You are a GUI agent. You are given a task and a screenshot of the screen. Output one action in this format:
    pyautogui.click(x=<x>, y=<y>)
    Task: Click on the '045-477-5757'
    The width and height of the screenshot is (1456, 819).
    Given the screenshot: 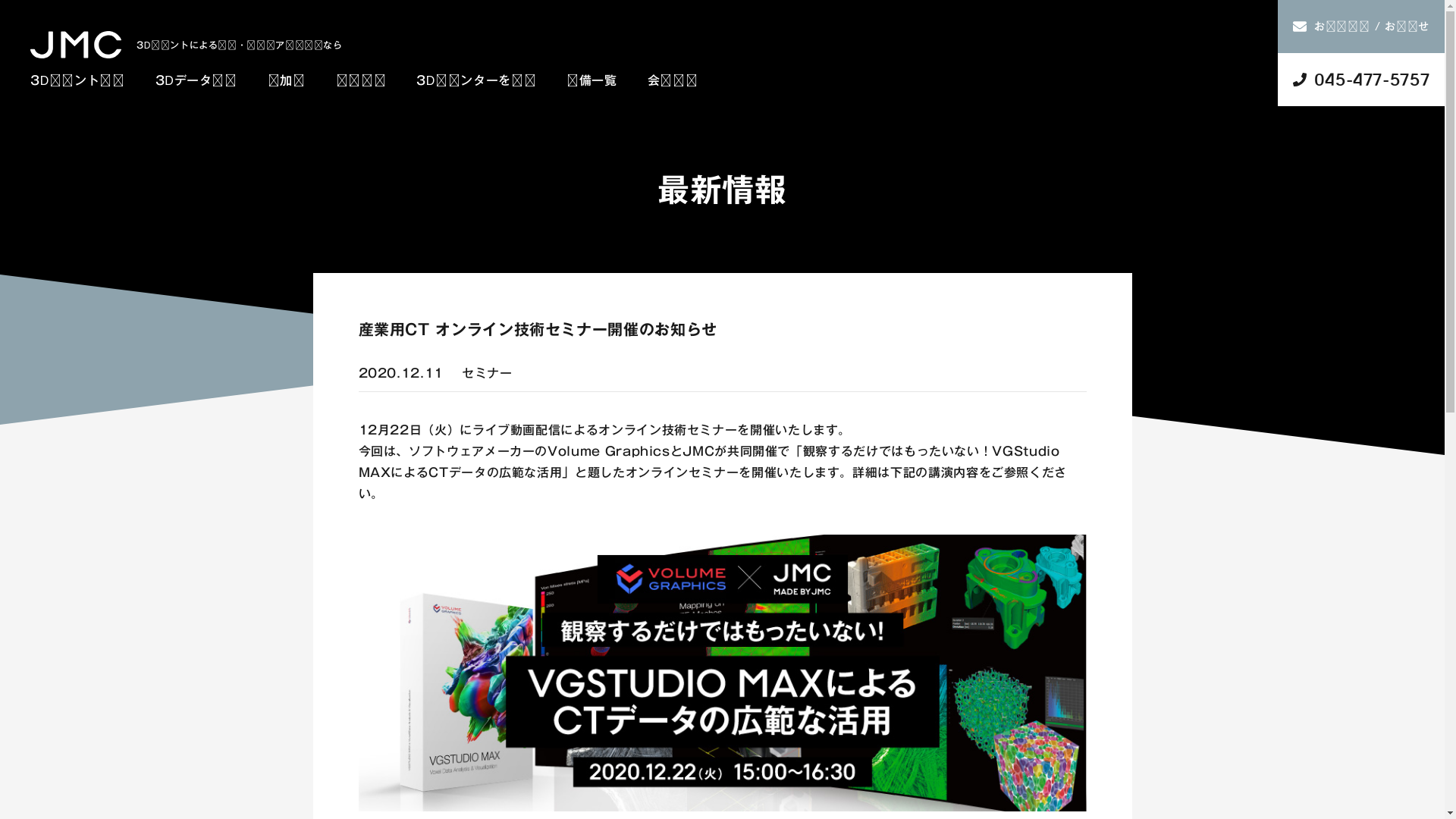 What is the action you would take?
    pyautogui.click(x=1361, y=79)
    